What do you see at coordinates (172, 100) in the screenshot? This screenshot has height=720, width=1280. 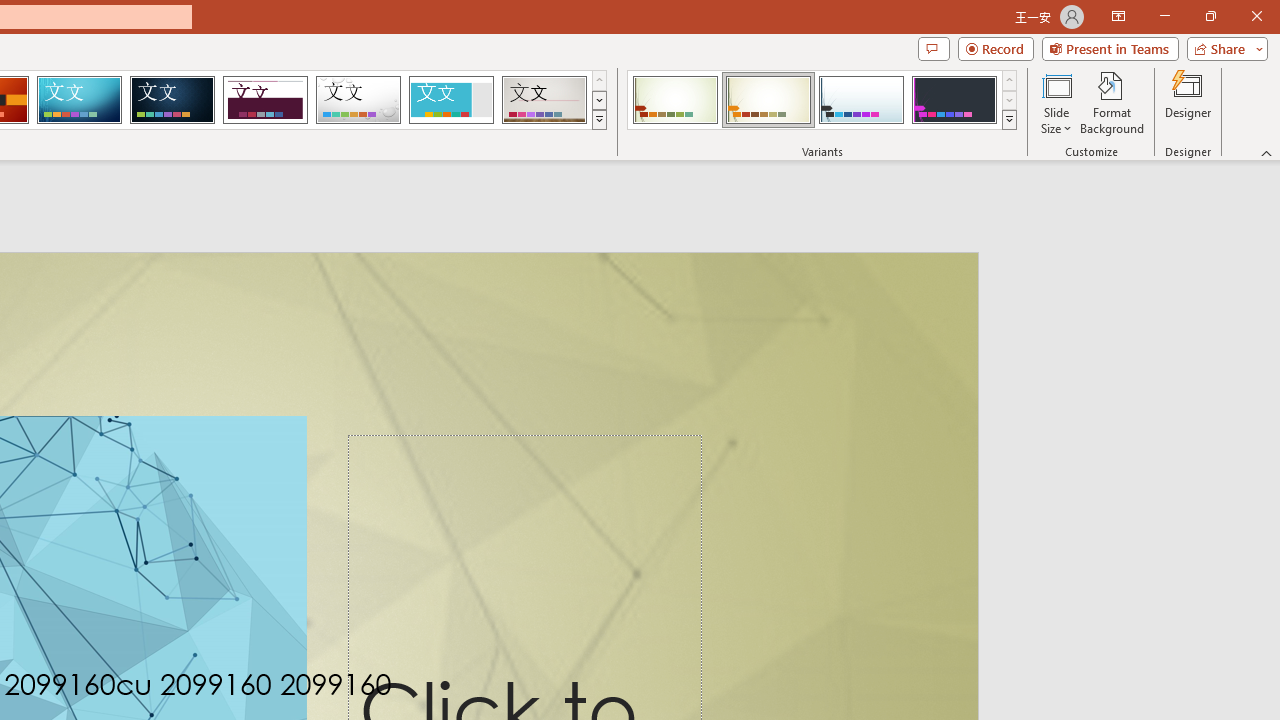 I see `'Damask Loading Preview...'` at bounding box center [172, 100].